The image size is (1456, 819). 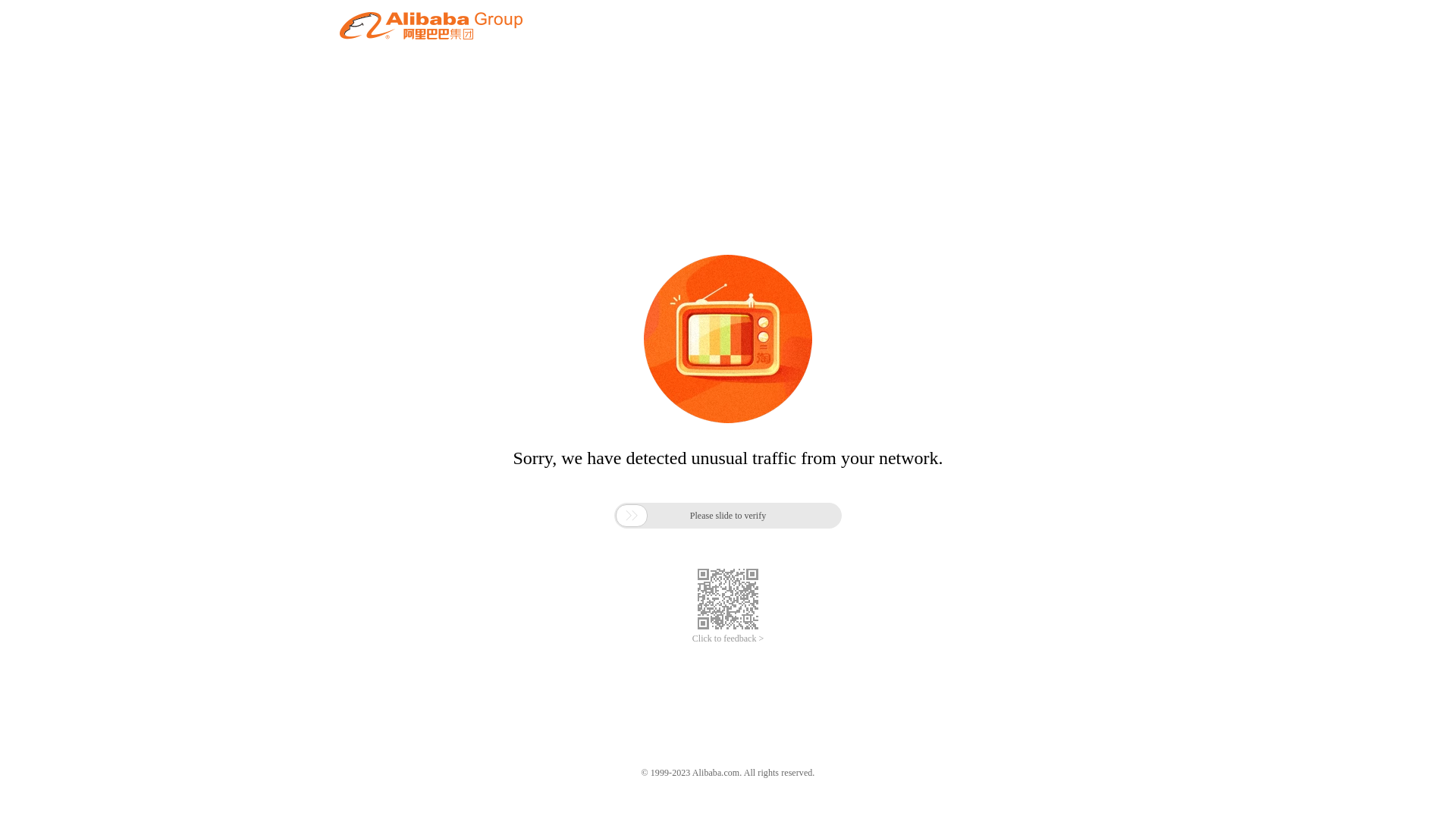 I want to click on 'Click to feedback >', so click(x=728, y=639).